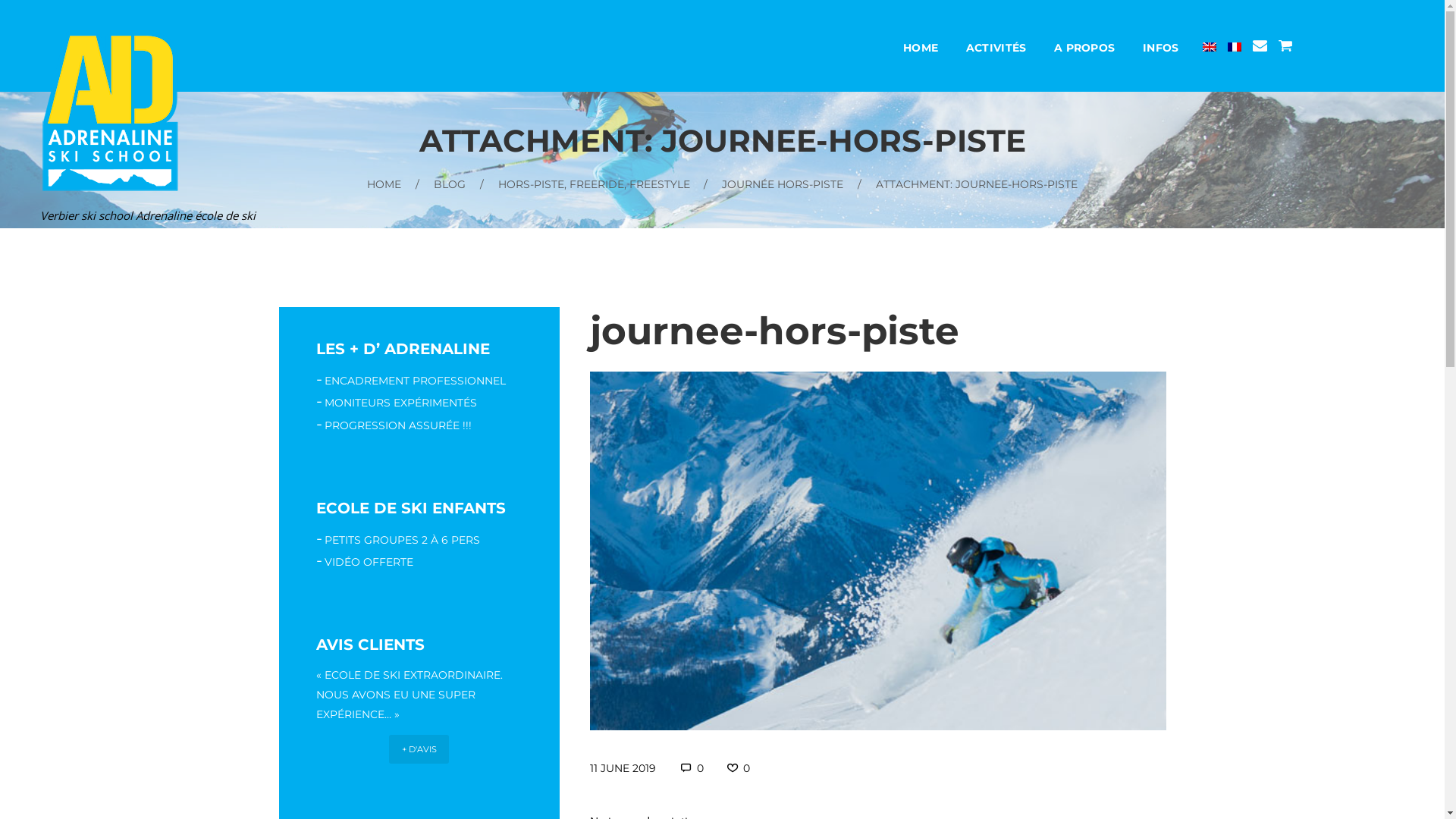 The width and height of the screenshot is (1456, 819). I want to click on '0', so click(690, 768).